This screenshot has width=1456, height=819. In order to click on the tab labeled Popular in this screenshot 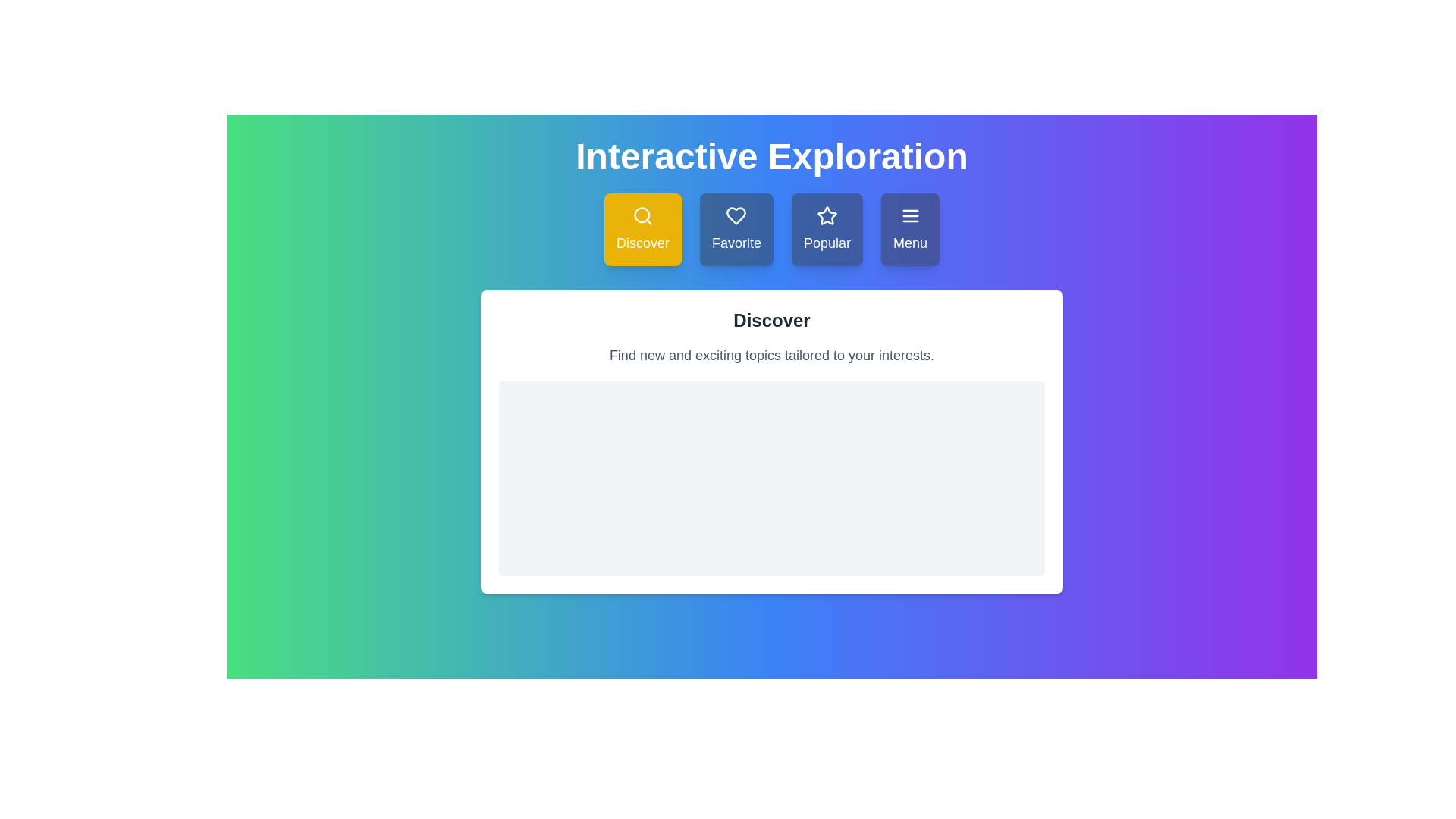, I will do `click(826, 230)`.